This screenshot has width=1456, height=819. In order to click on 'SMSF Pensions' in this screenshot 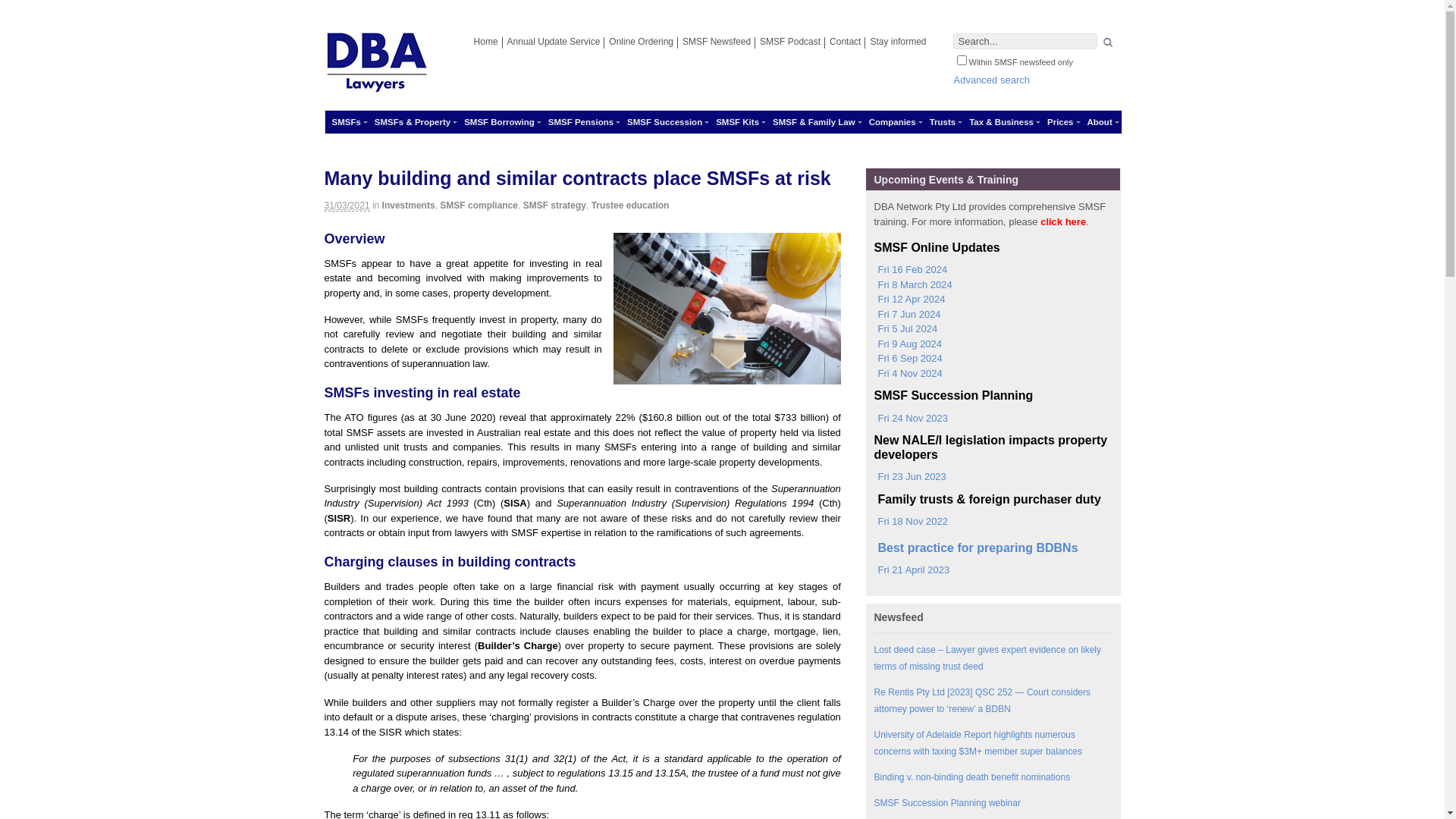, I will do `click(580, 121)`.